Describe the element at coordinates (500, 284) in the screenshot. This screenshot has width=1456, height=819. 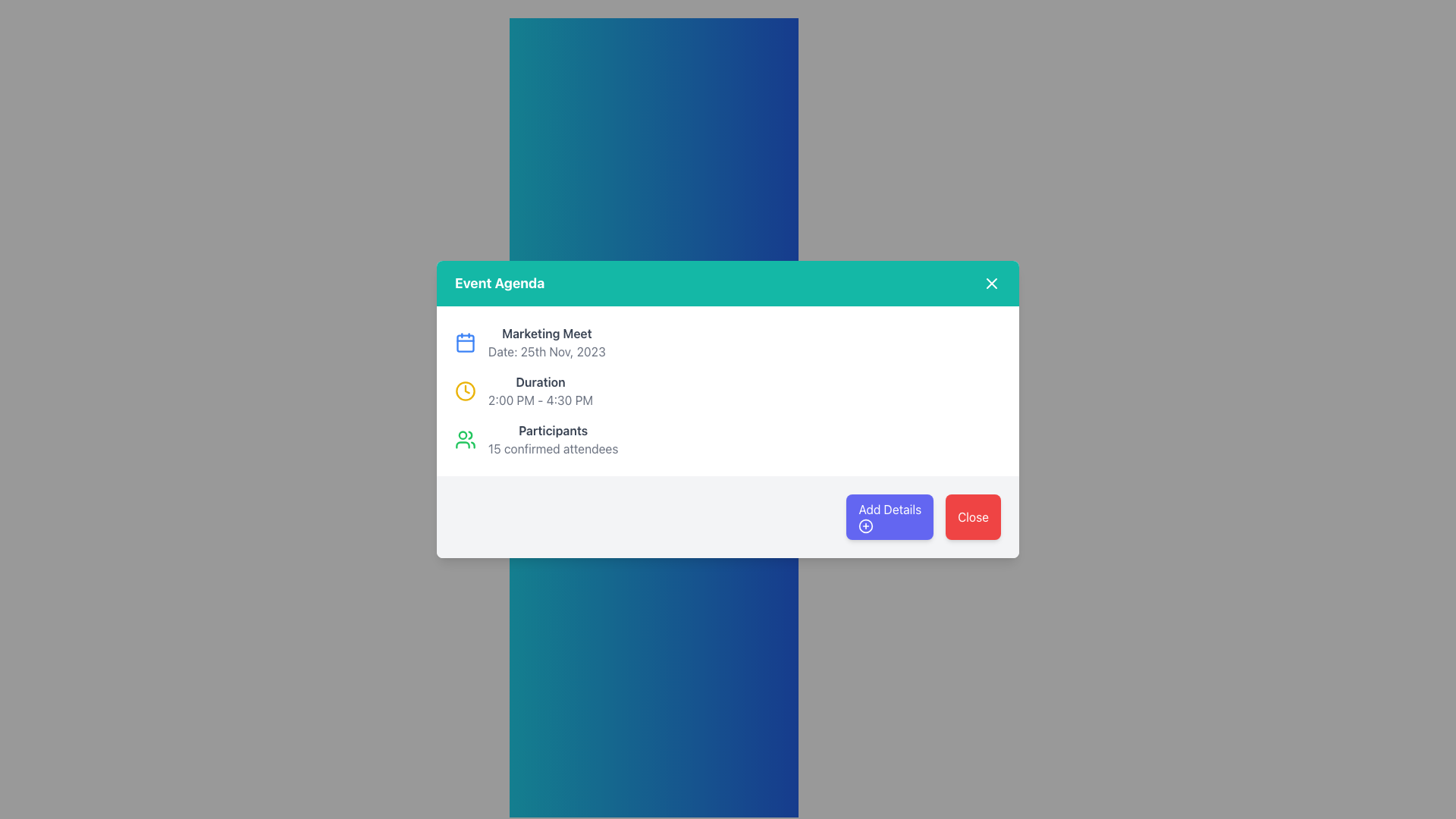
I see `the Text Label indicating 'Event Agenda' located in the header section of the modal interface, which is aligned to the left within the teal-colored header bar` at that location.